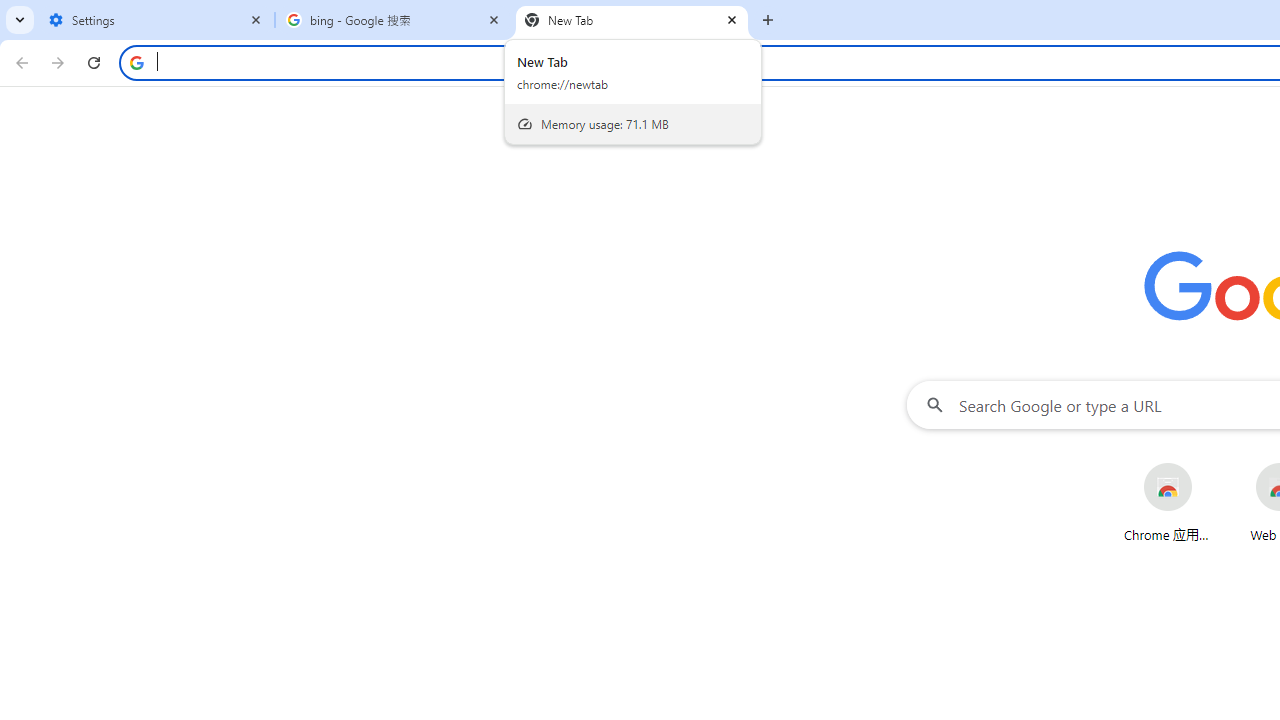 The width and height of the screenshot is (1280, 720). Describe the element at coordinates (631, 20) in the screenshot. I see `'New Tab'` at that location.